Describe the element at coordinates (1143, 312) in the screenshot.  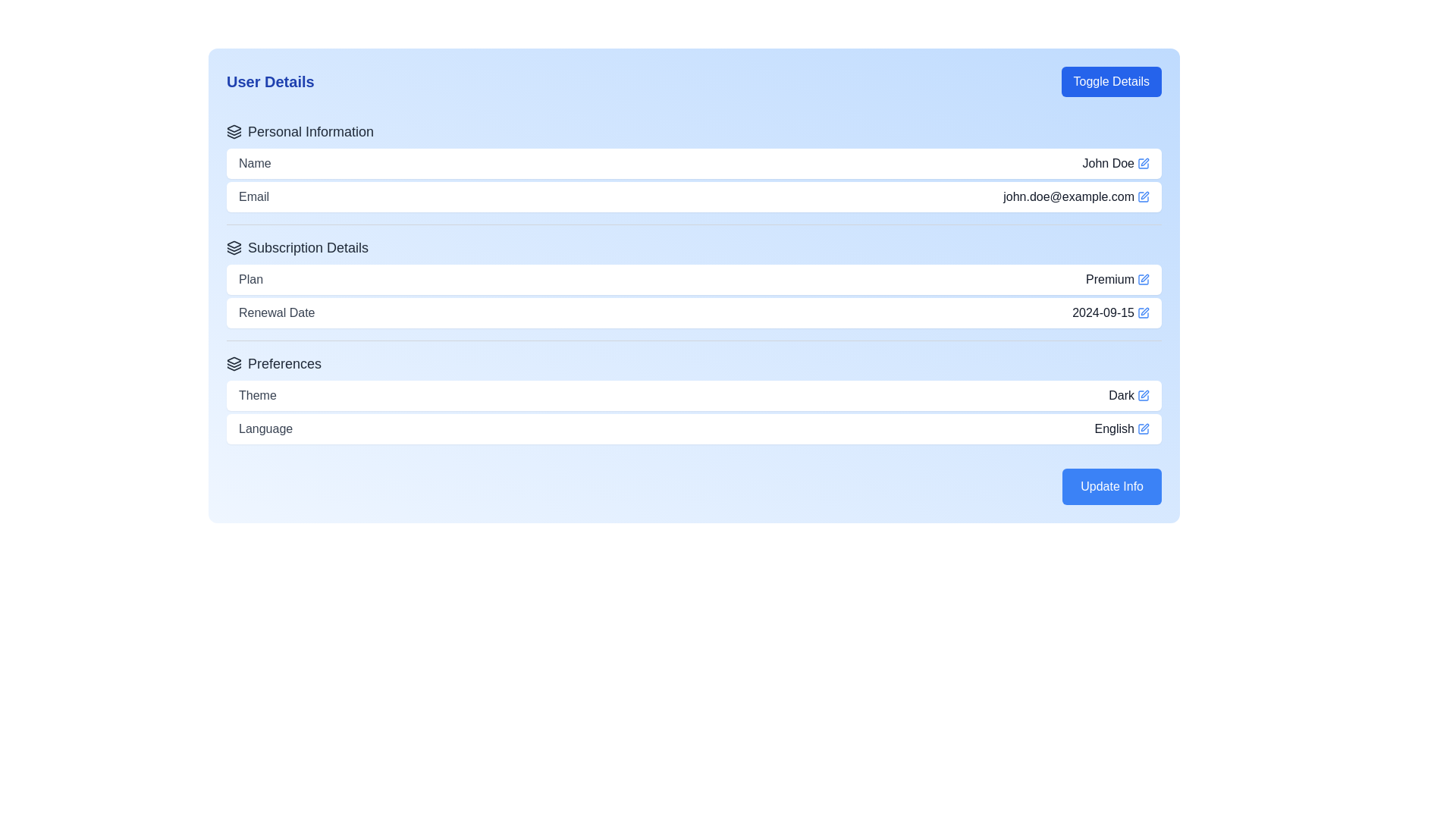
I see `the Iconic button located next to the 'Renewal Date' field in the 'Subscription Details' section` at that location.